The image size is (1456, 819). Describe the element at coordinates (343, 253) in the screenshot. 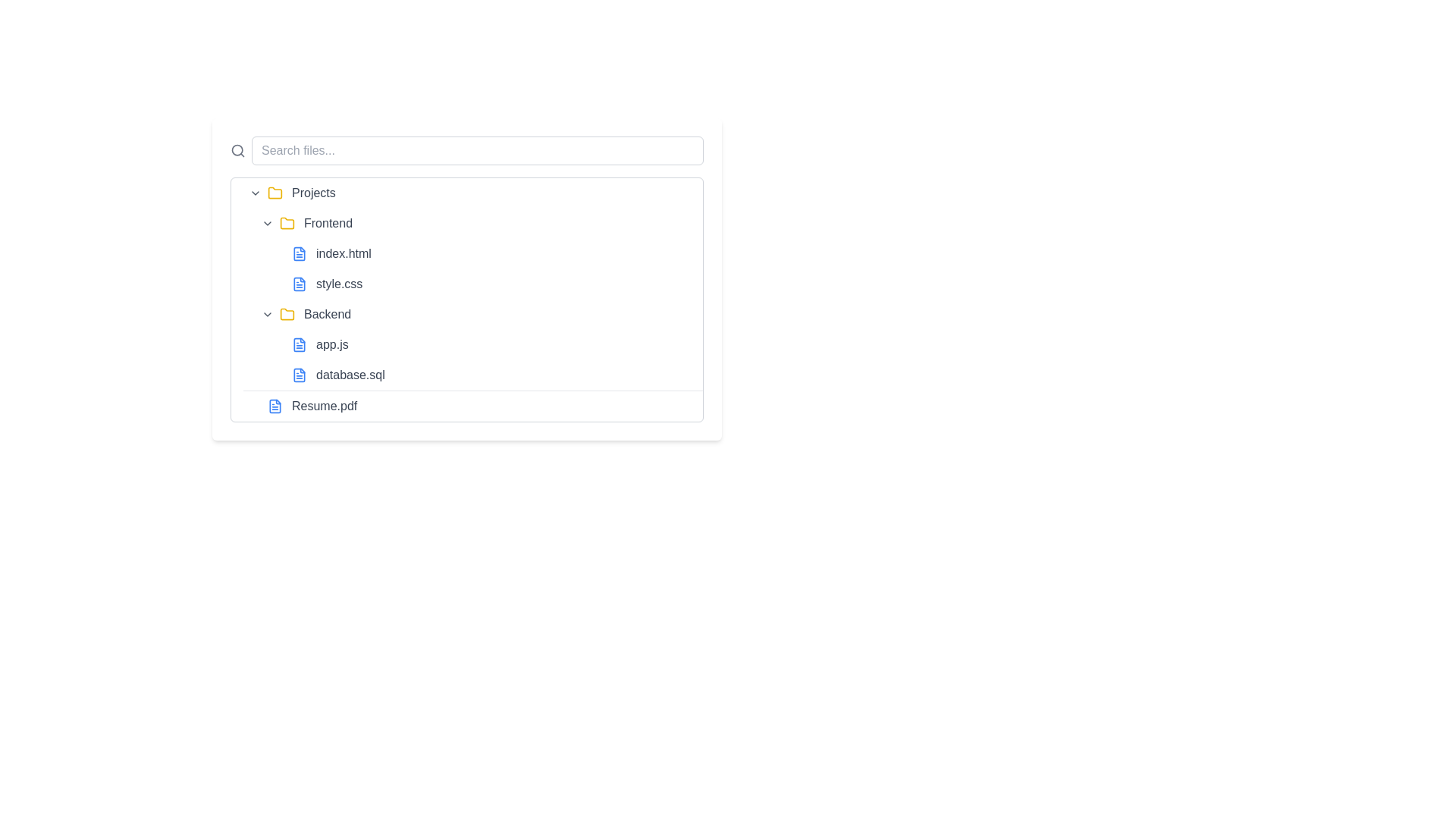

I see `the 'index.html' file label in the 'Frontend' folder` at that location.